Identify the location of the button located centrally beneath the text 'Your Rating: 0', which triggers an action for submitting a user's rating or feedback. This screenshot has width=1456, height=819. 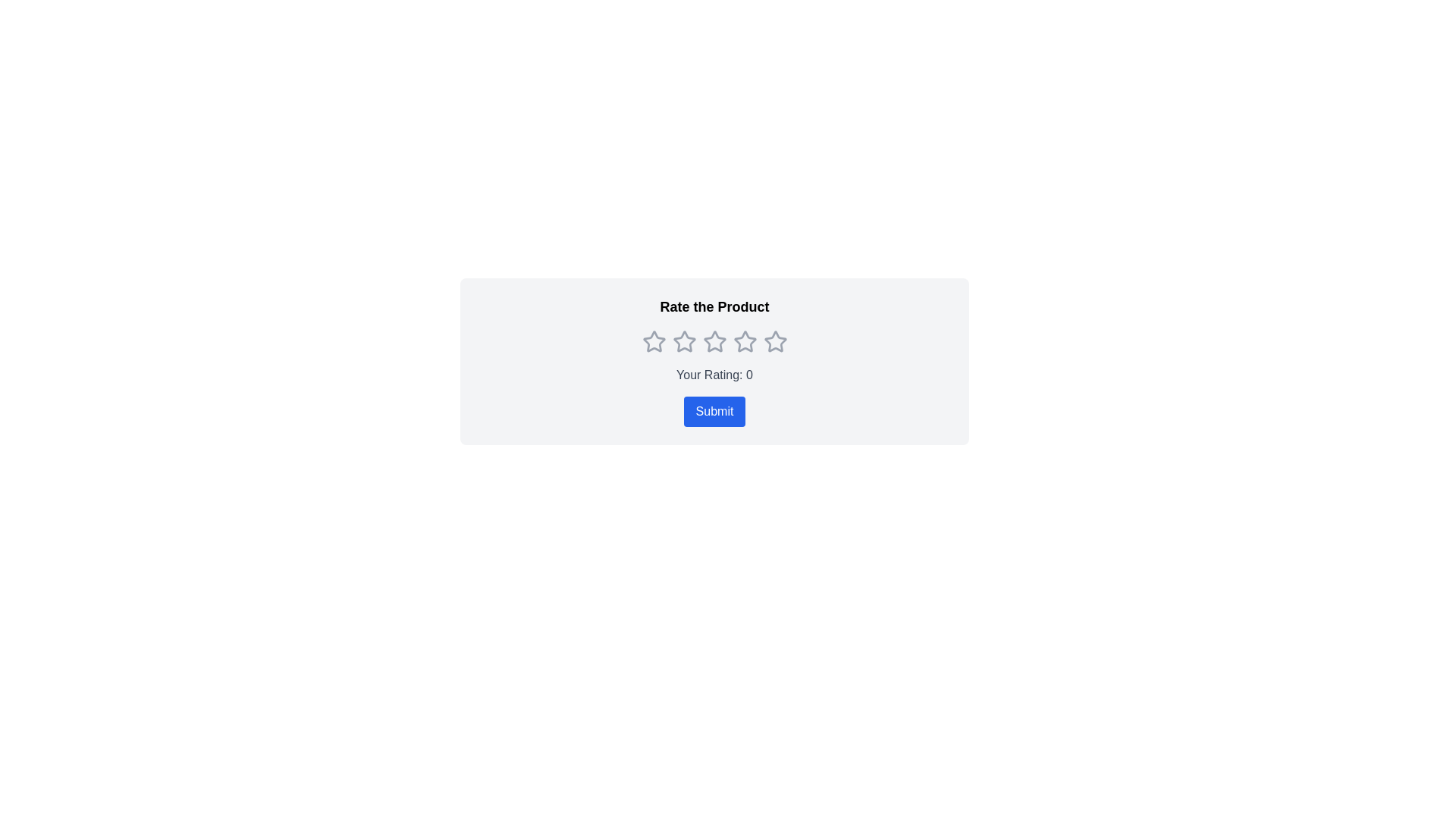
(714, 412).